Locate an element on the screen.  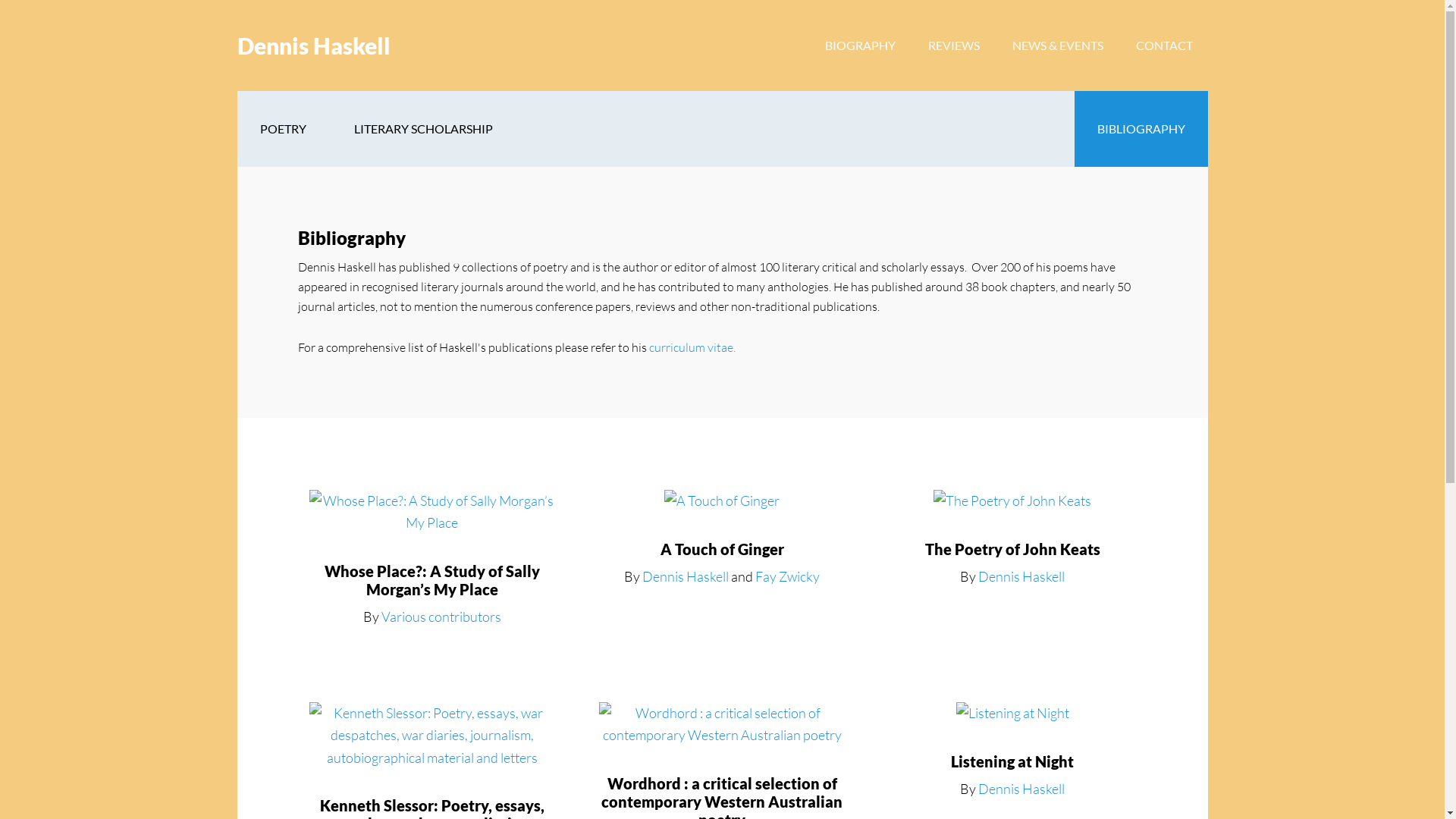
'Listening at Night' is located at coordinates (1012, 761).